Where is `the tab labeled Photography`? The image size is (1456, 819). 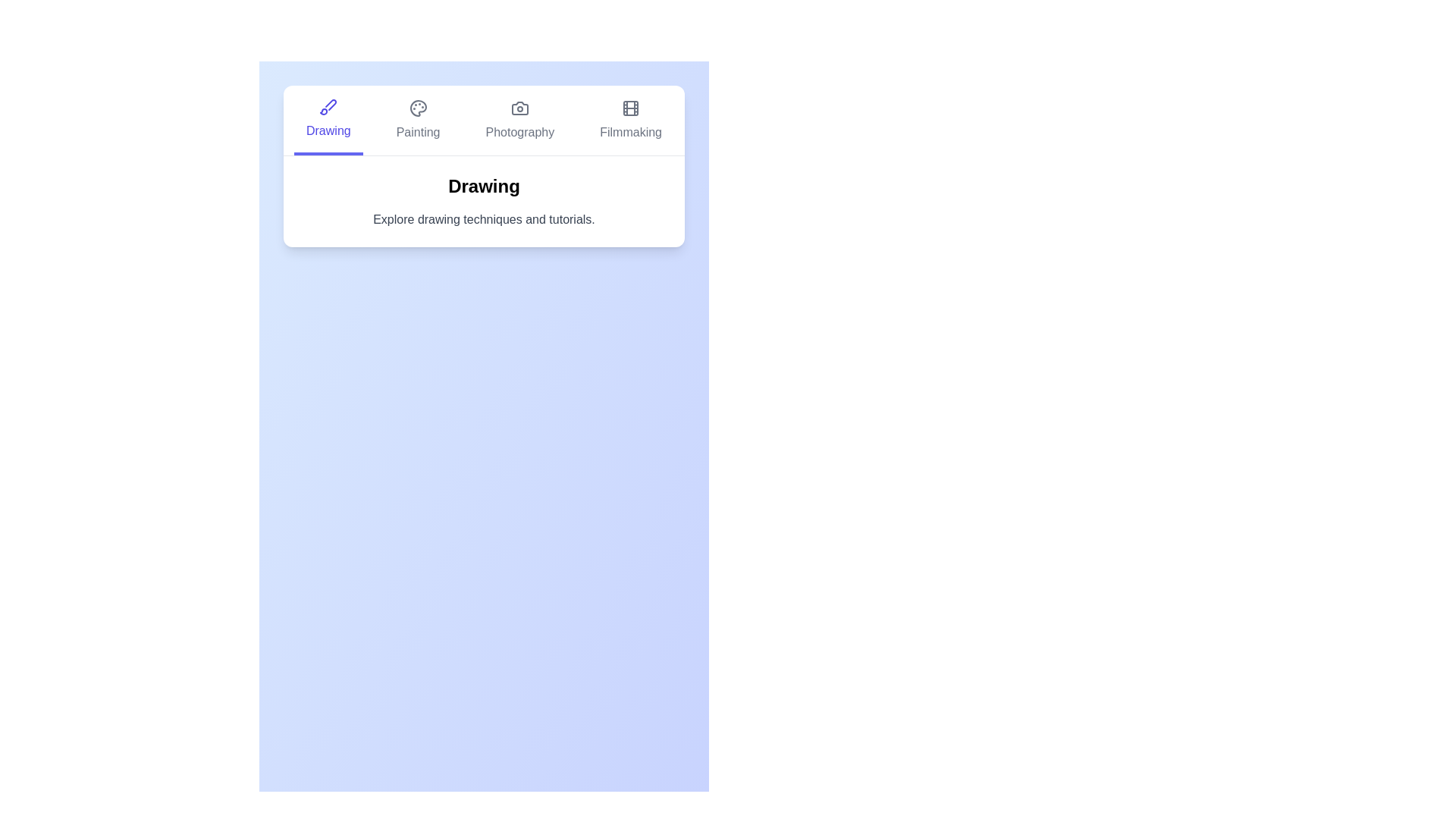
the tab labeled Photography is located at coordinates (519, 119).